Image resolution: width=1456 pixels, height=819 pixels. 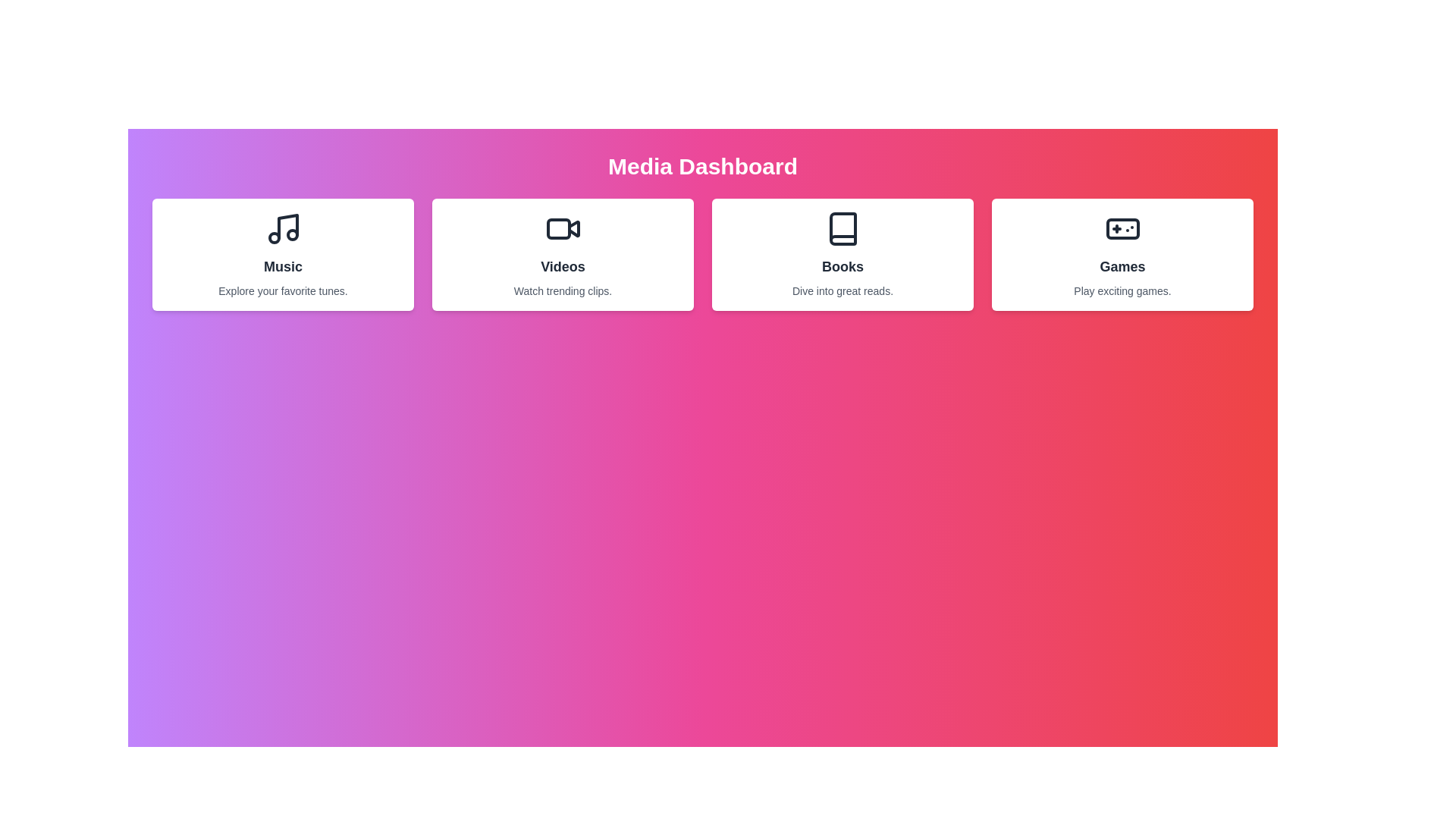 What do you see at coordinates (1122, 228) in the screenshot?
I see `the controller icon located at the top center of the 'Games' card, which features a plus-shaped button on the left and smaller circular buttons on the right` at bounding box center [1122, 228].